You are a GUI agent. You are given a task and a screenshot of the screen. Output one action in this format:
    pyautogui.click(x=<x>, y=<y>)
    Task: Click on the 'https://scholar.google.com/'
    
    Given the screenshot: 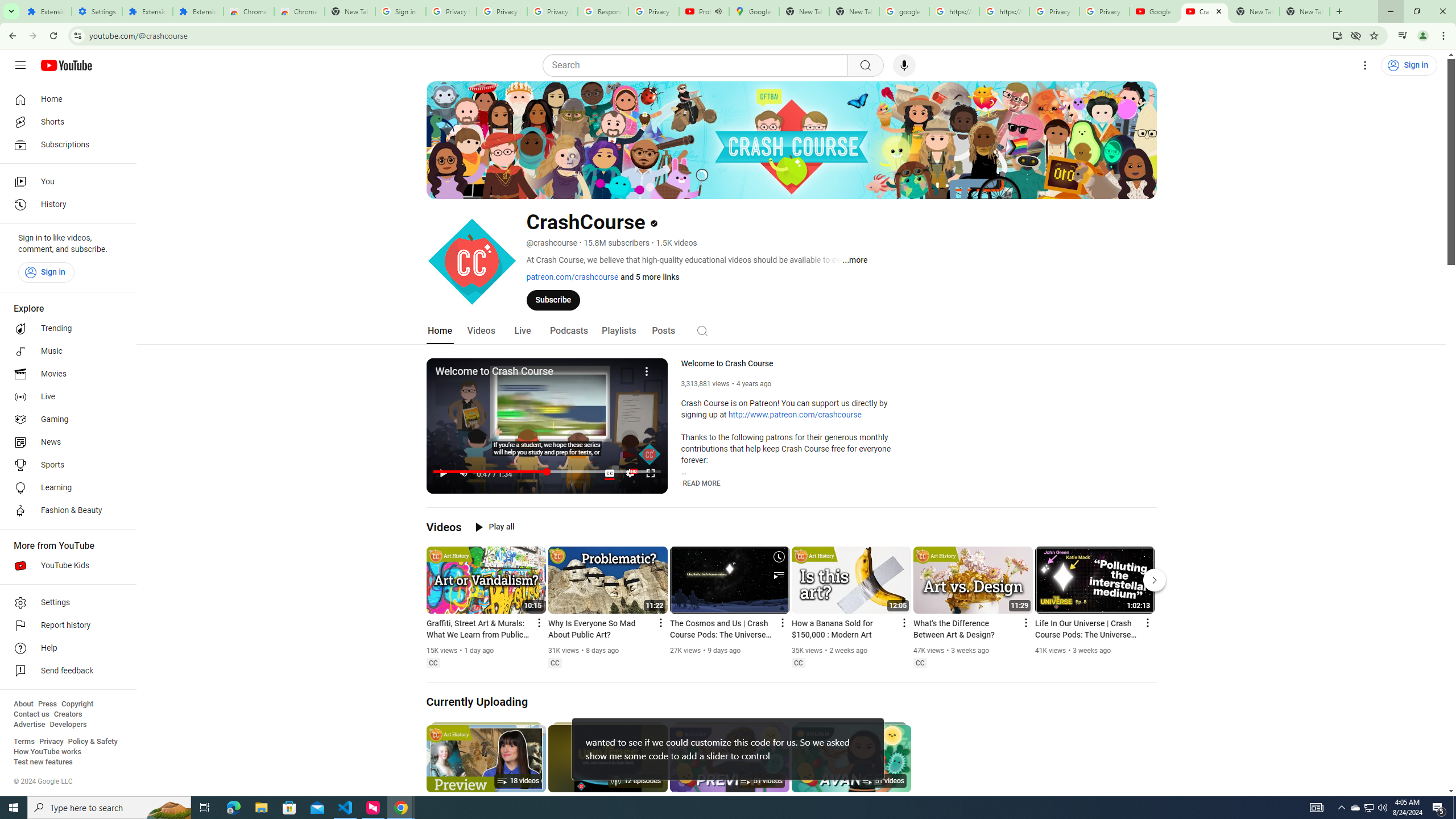 What is the action you would take?
    pyautogui.click(x=1004, y=11)
    